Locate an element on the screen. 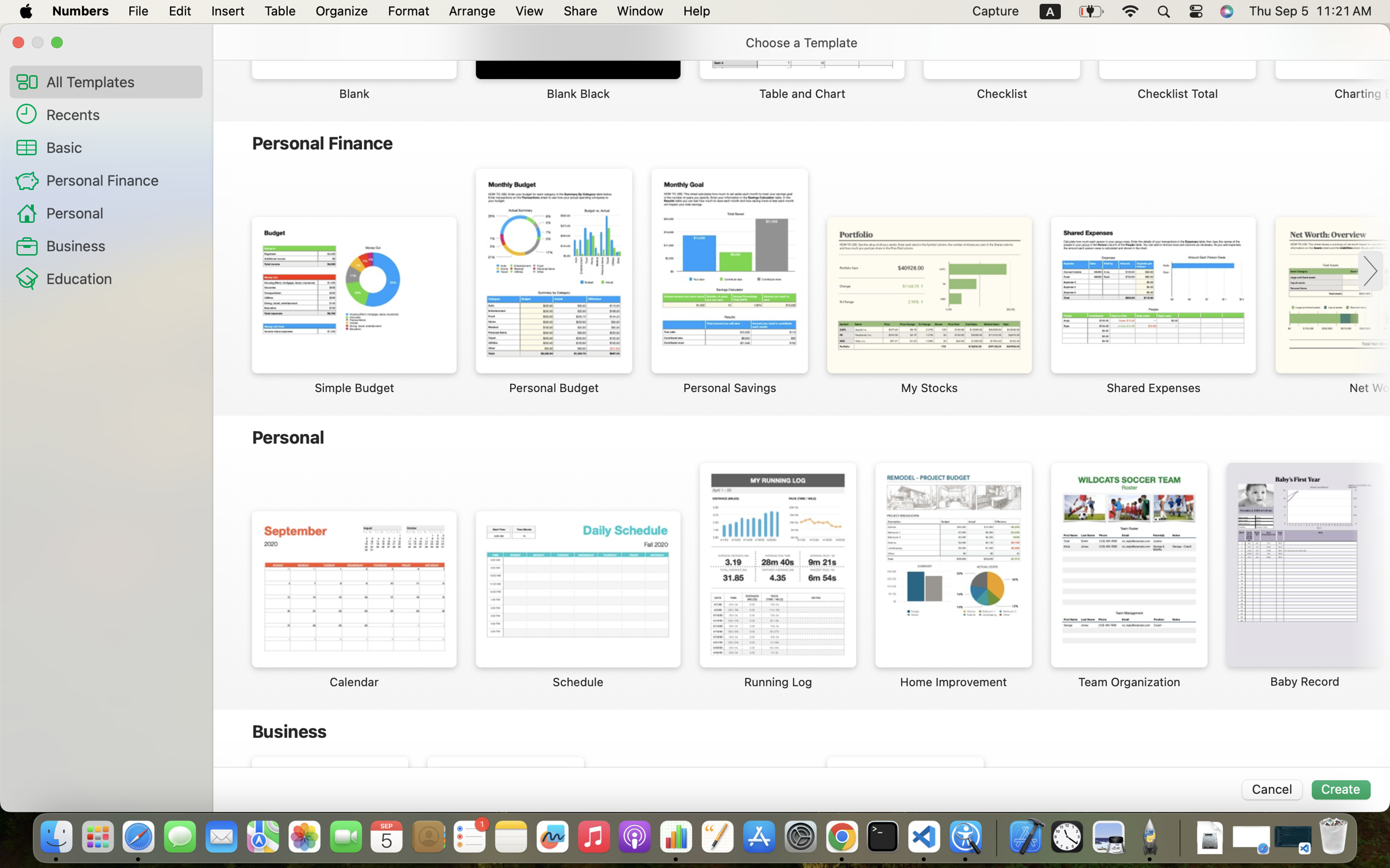 The width and height of the screenshot is (1390, 868). 'All Templates' is located at coordinates (119, 81).